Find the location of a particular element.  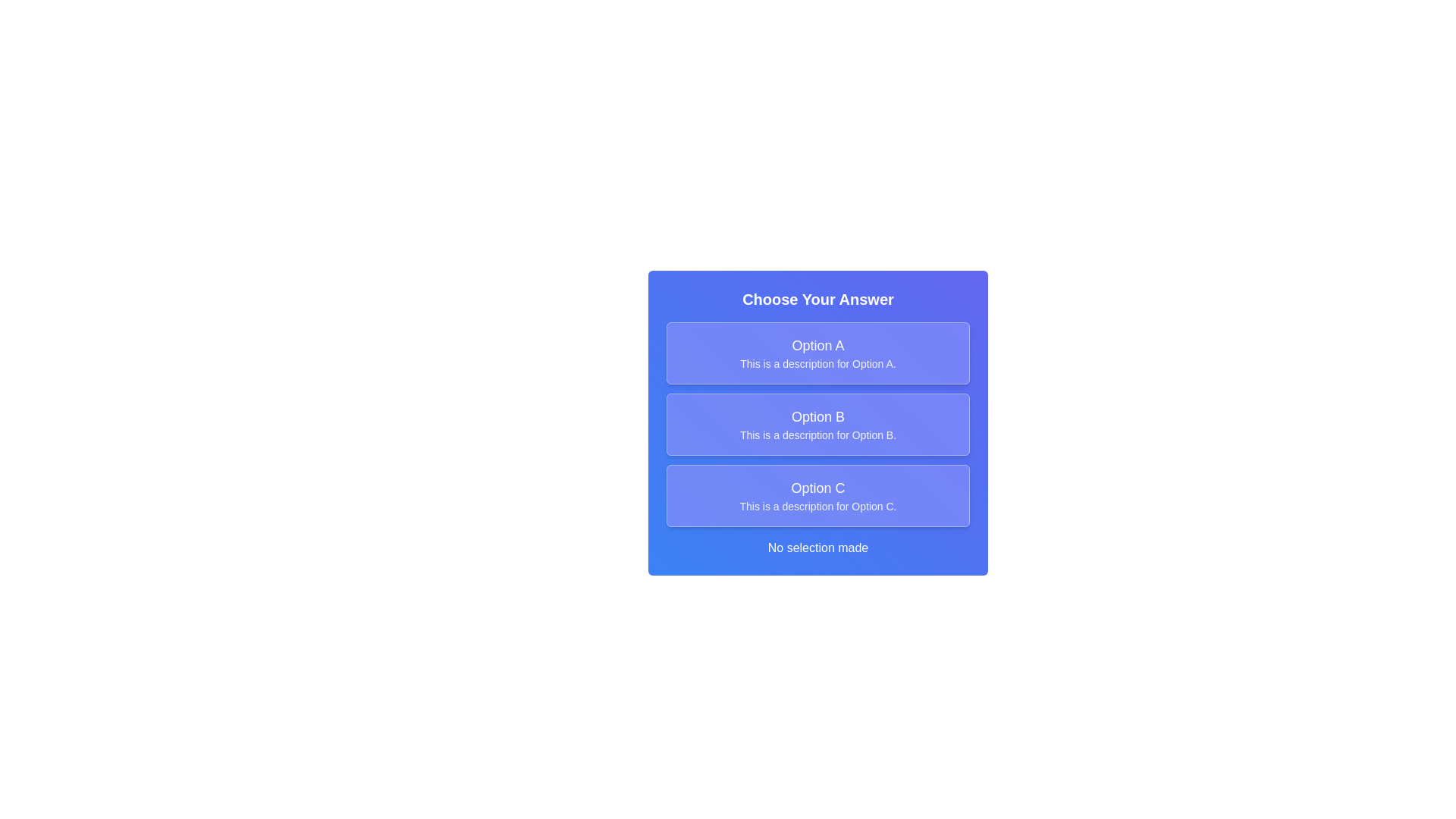

the blue rectangular button labeled 'Option A', which is the first button in a vertical list of three is located at coordinates (817, 353).